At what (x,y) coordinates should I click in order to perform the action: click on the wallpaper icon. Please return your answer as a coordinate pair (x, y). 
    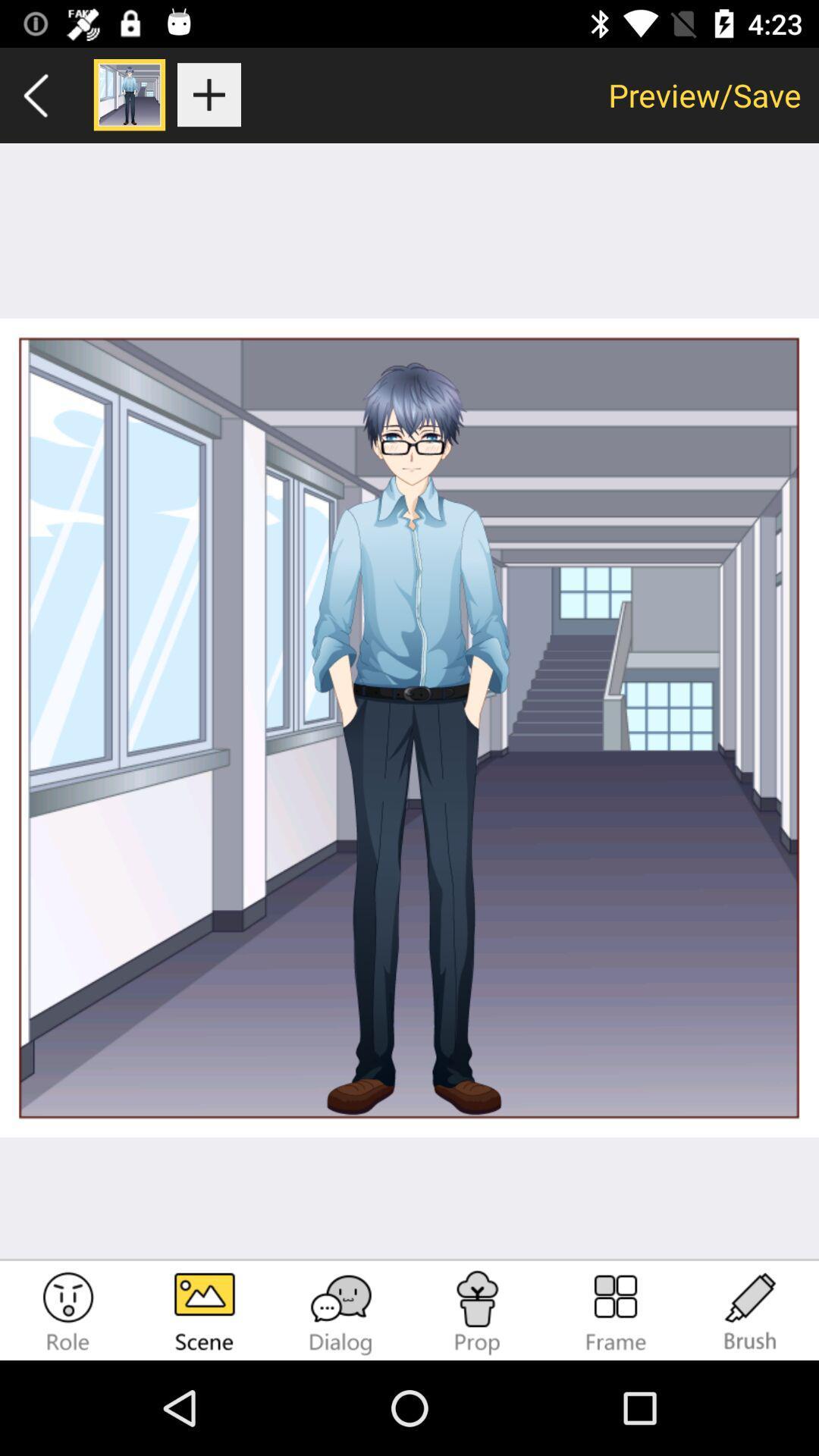
    Looking at the image, I should click on (205, 1312).